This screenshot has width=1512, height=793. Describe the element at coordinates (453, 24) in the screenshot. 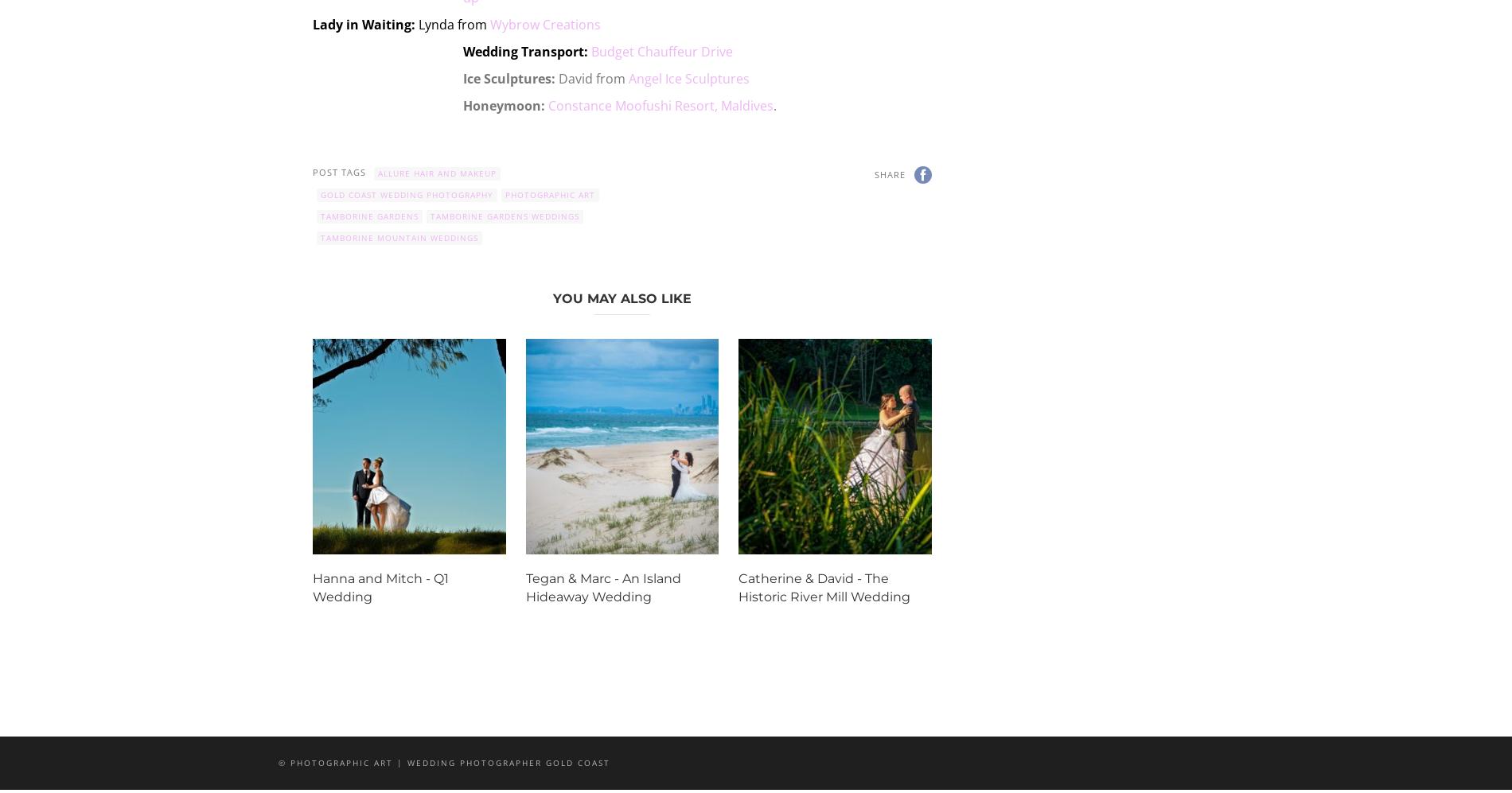

I see `'Lynda from'` at that location.